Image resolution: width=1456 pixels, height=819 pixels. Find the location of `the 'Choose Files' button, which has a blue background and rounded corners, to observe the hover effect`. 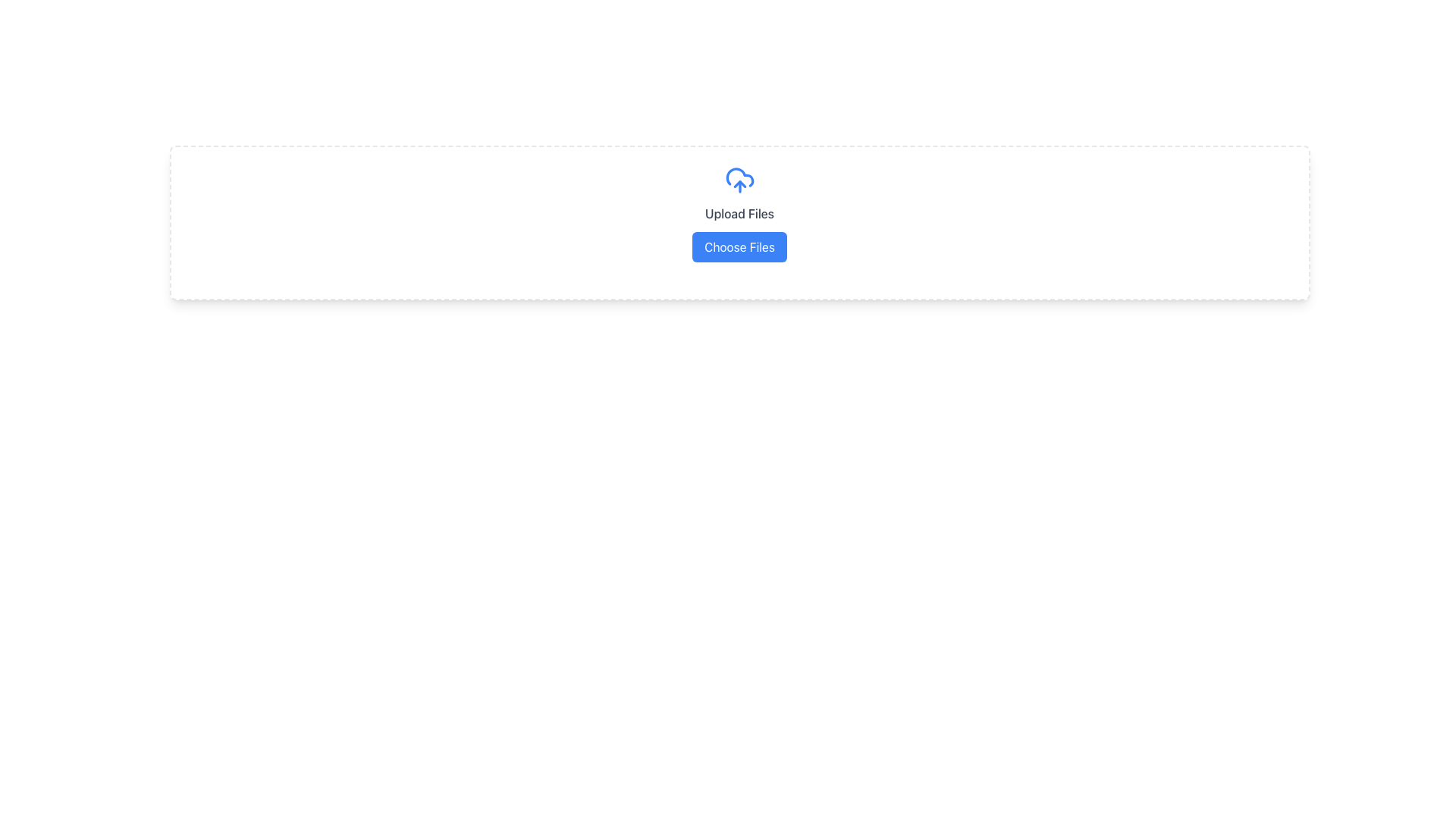

the 'Choose Files' button, which has a blue background and rounded corners, to observe the hover effect is located at coordinates (739, 246).